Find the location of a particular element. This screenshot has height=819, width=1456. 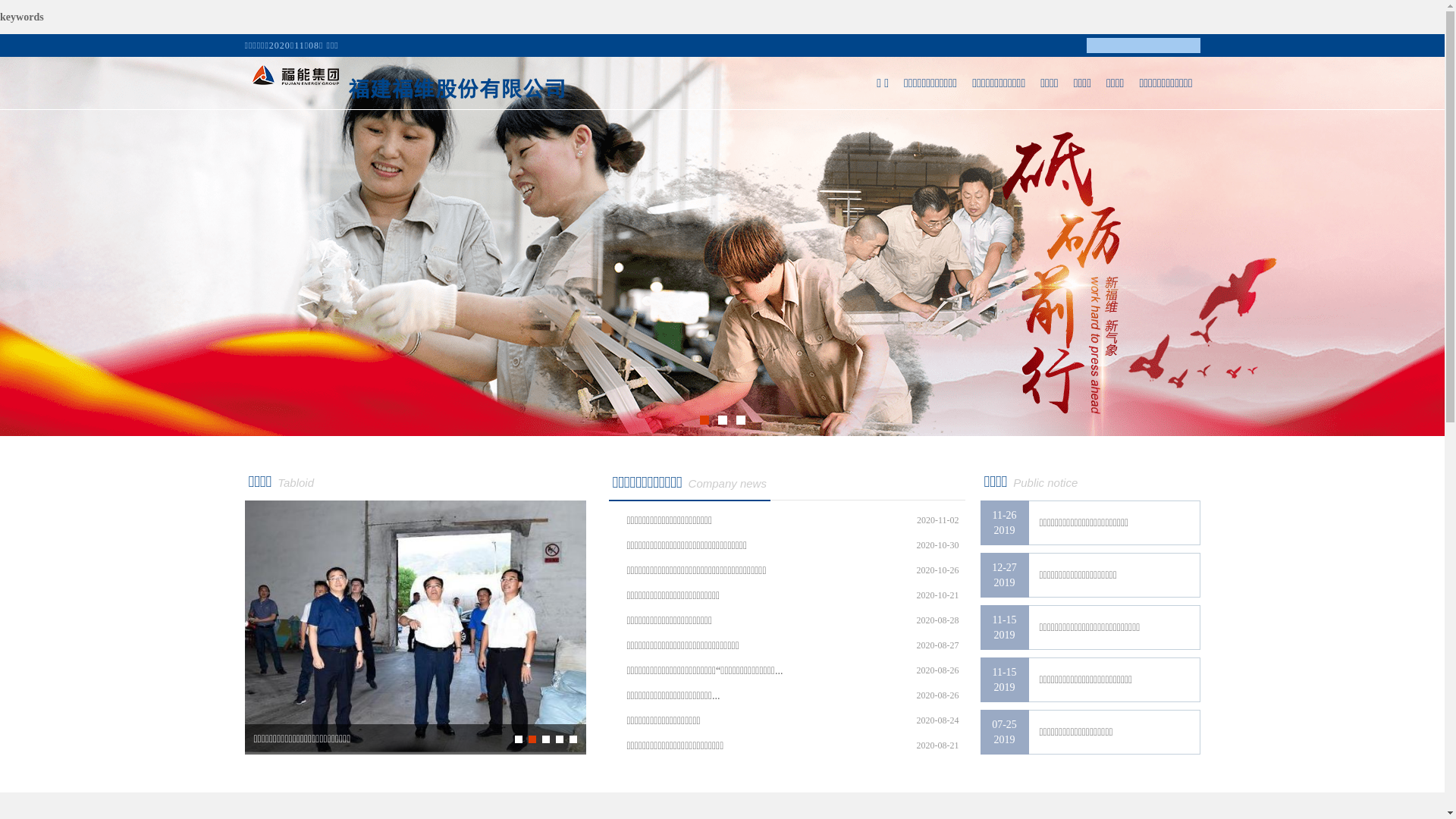

'keywords' is located at coordinates (21, 17).